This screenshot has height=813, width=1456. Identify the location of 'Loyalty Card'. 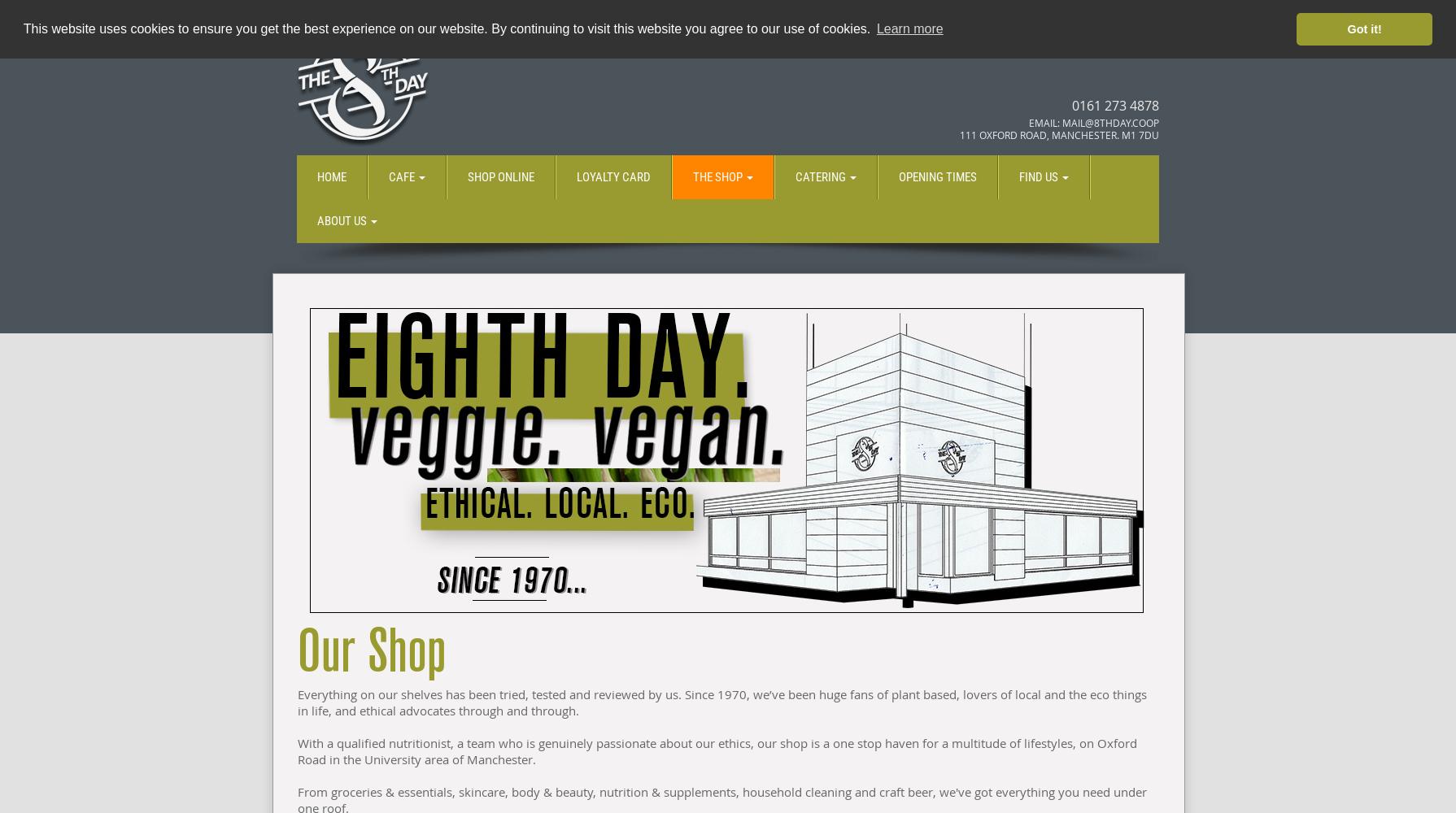
(576, 176).